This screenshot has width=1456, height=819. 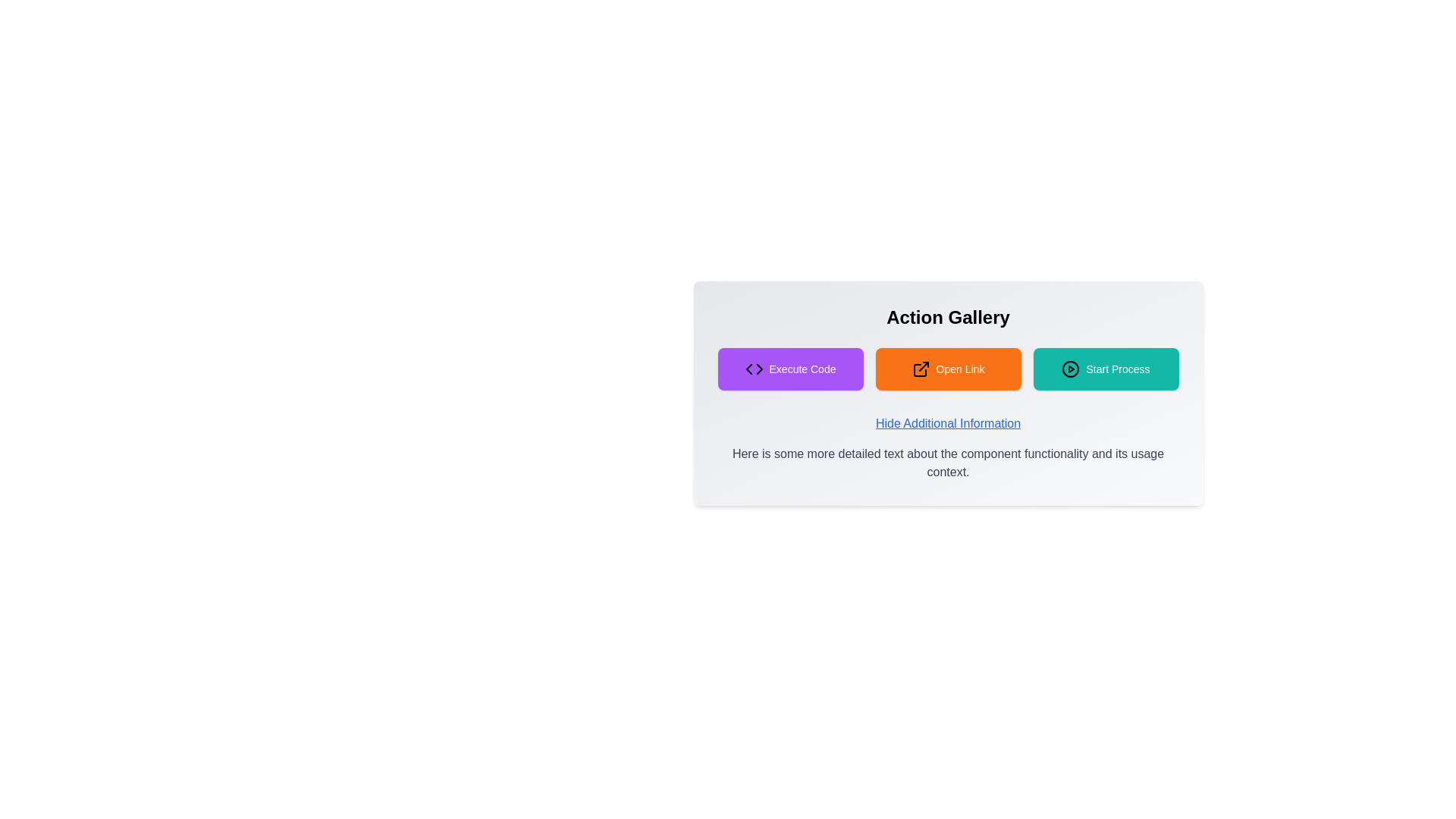 What do you see at coordinates (801, 369) in the screenshot?
I see `the 'Execute Code' button` at bounding box center [801, 369].